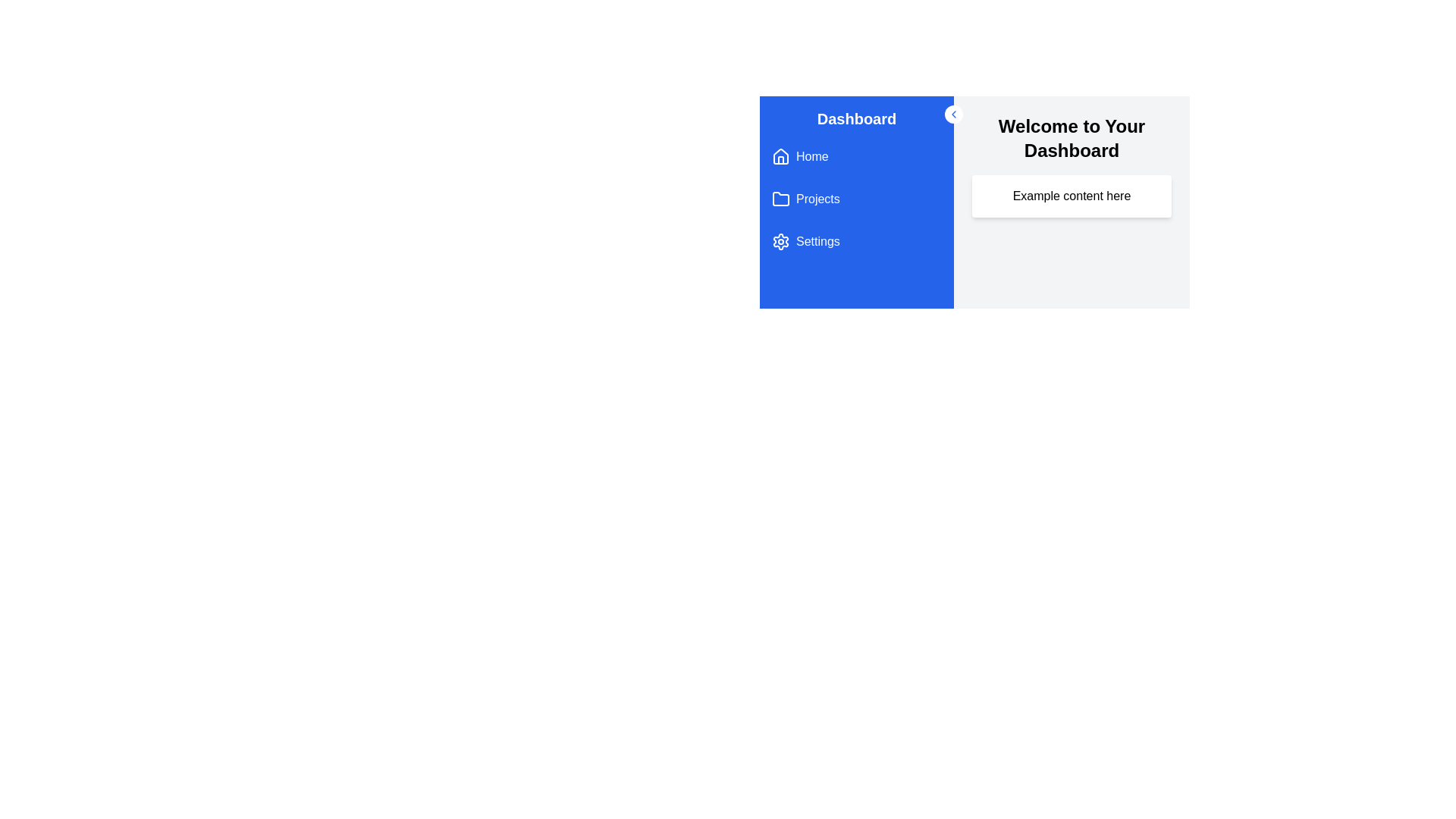  What do you see at coordinates (1071, 138) in the screenshot?
I see `the bold and large text label that reads 'Welcome to Your Dashboard'` at bounding box center [1071, 138].